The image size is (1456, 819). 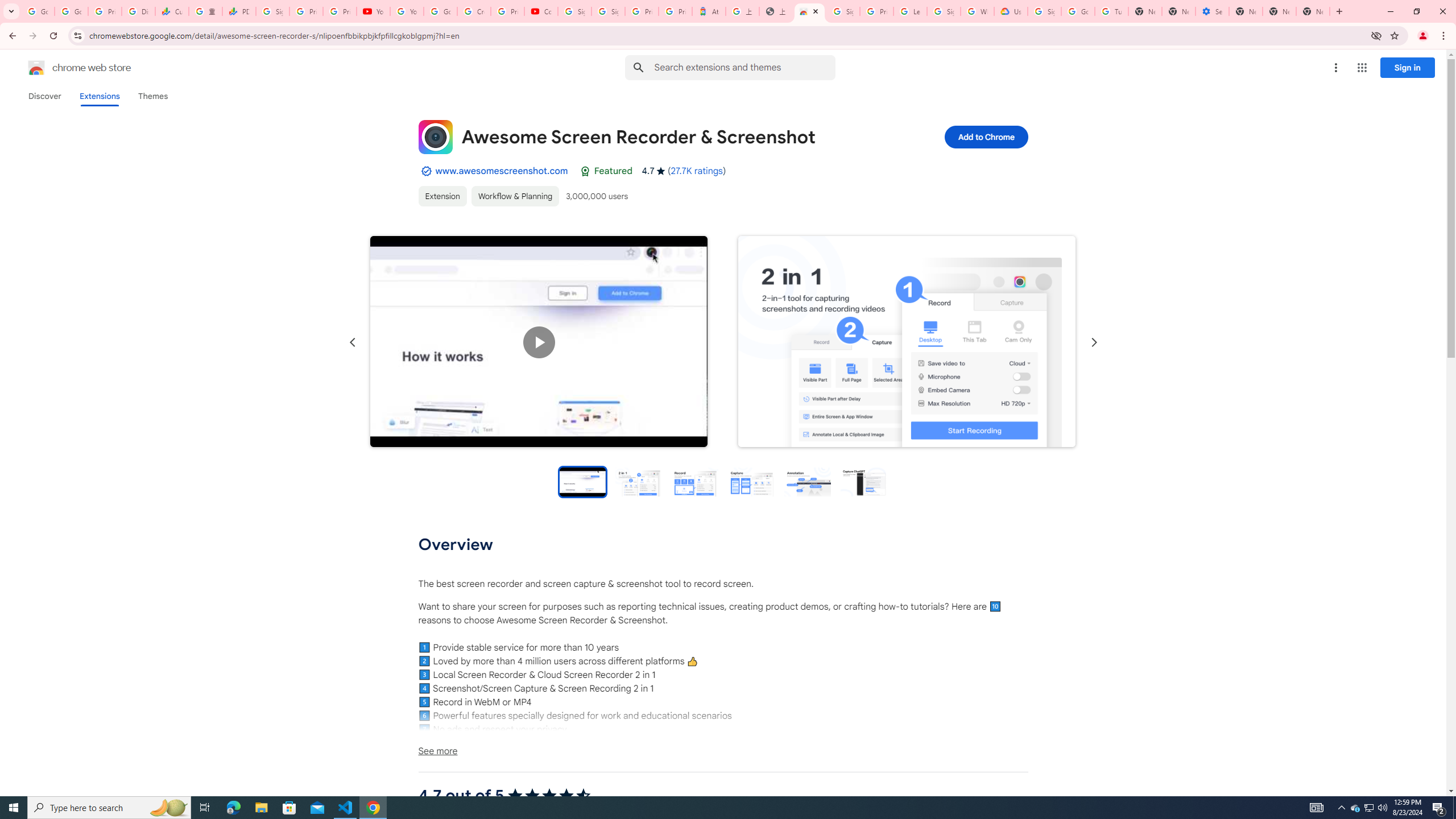 I want to click on 'Workflow & Planning', so click(x=514, y=196).